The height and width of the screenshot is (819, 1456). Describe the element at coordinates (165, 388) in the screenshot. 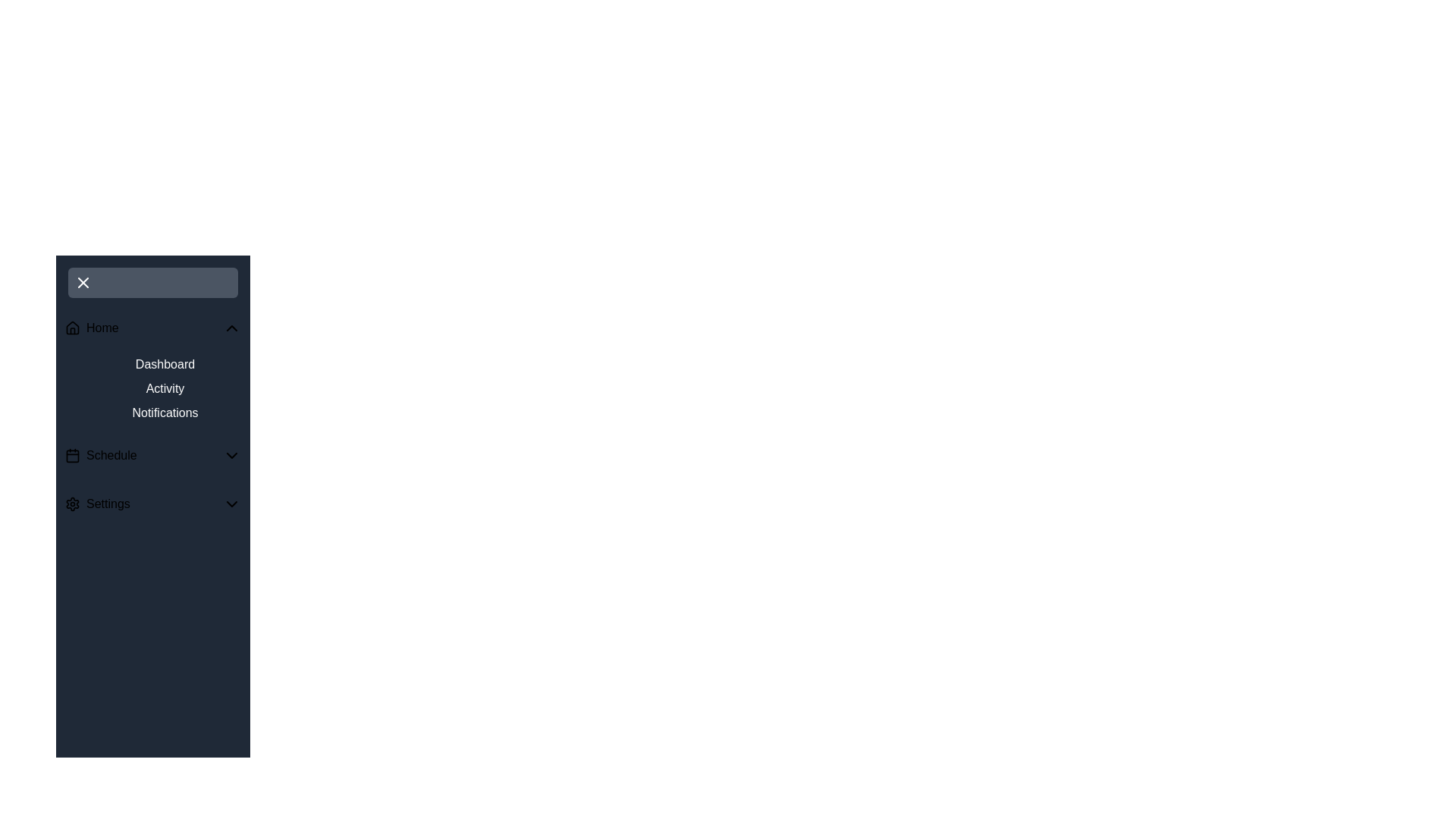

I see `the text label 'Activity' which is the second item in the vertical navigation list` at that location.